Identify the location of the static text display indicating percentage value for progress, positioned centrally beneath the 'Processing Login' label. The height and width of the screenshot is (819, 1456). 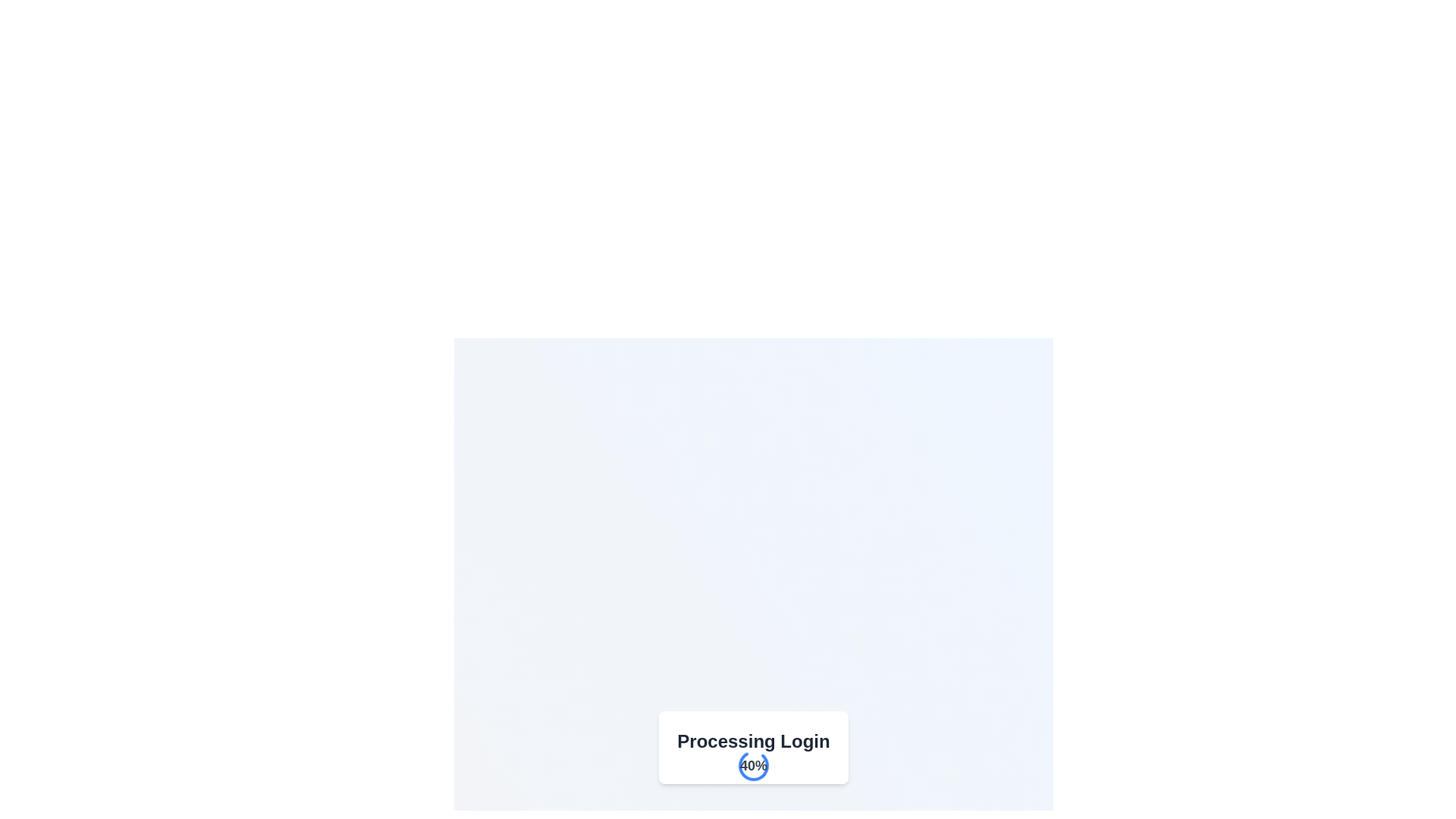
(753, 766).